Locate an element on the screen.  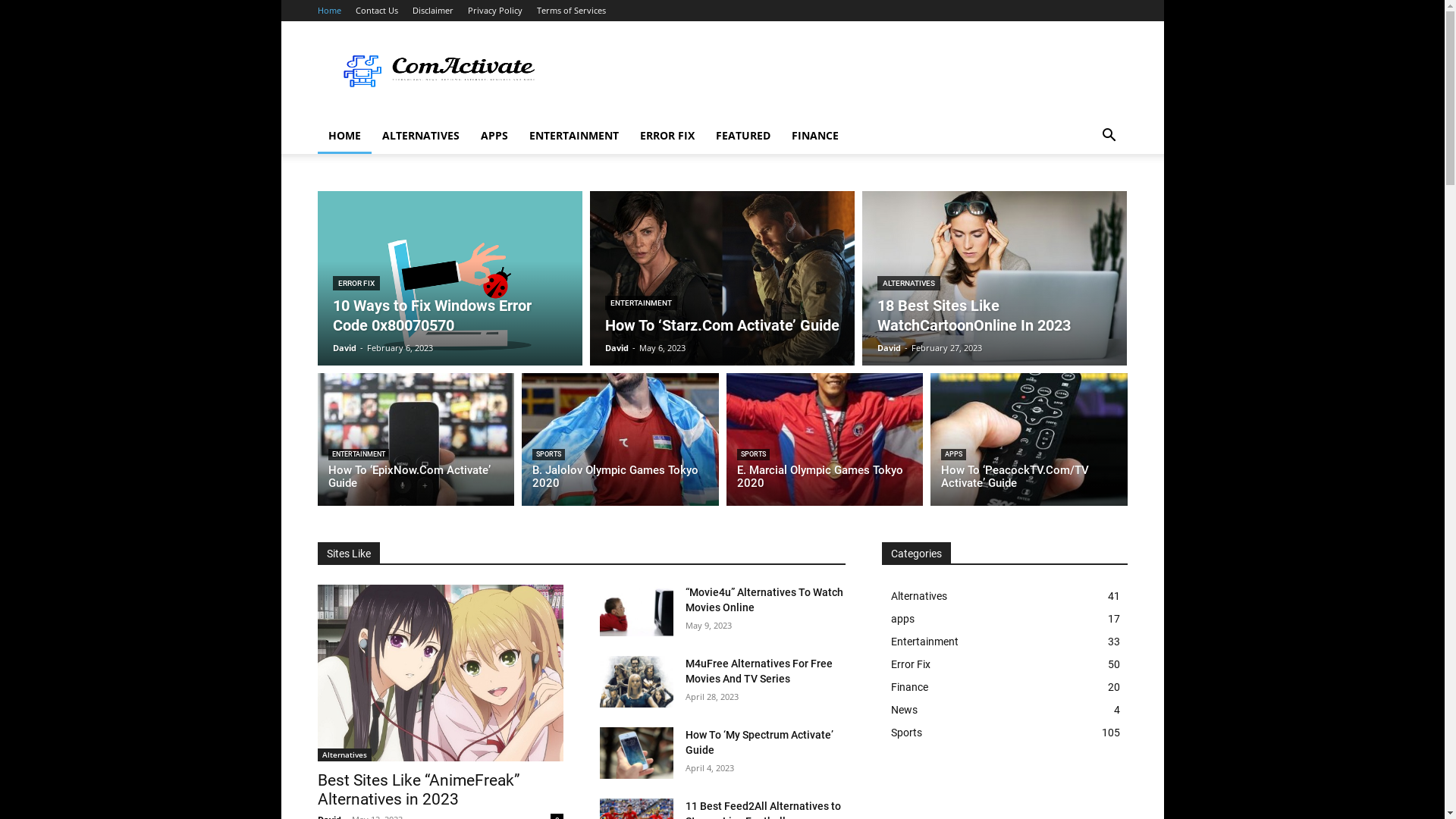
'Terms of Services' is located at coordinates (570, 10).